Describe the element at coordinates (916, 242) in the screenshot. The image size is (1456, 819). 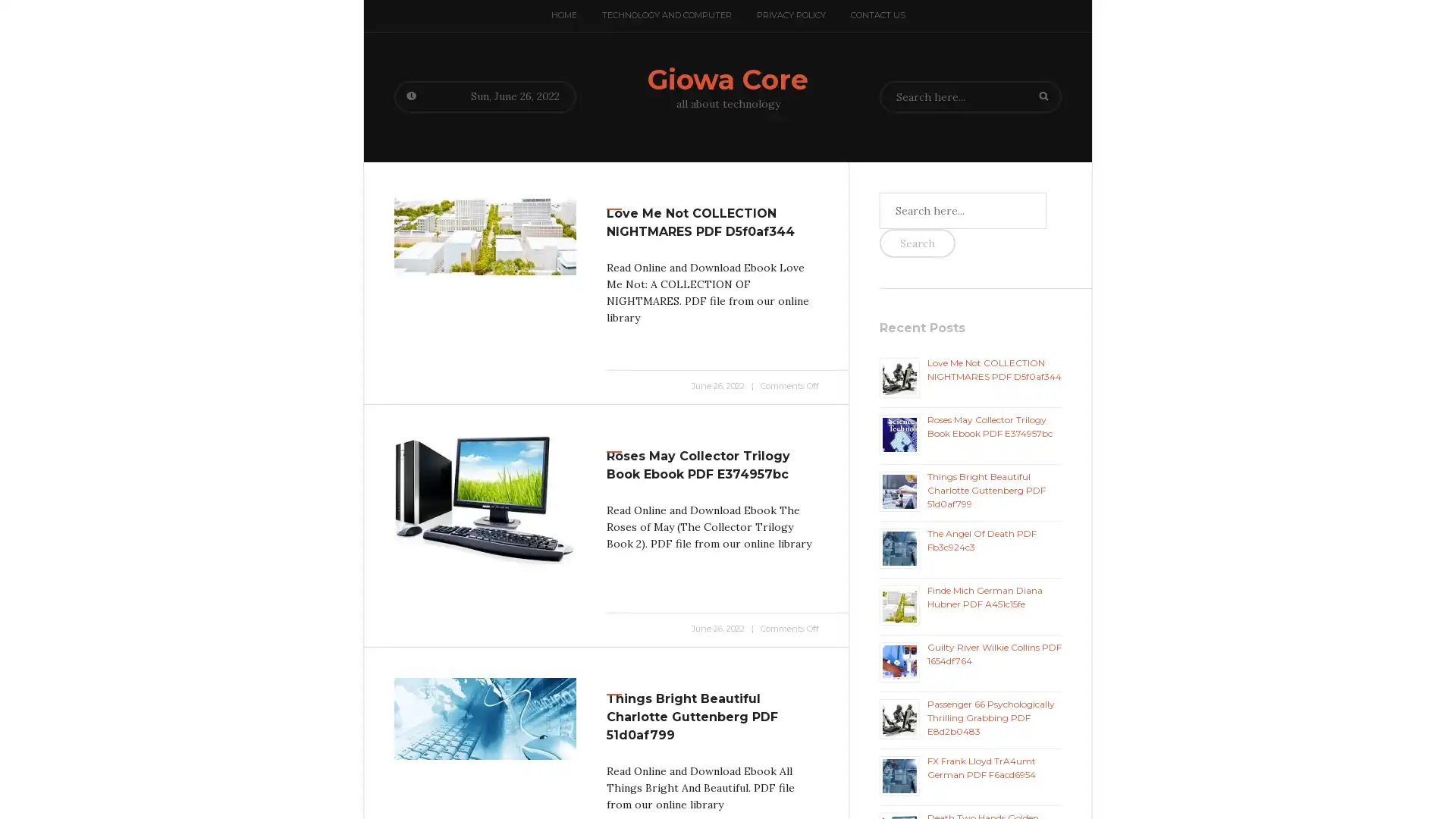
I see `Search` at that location.